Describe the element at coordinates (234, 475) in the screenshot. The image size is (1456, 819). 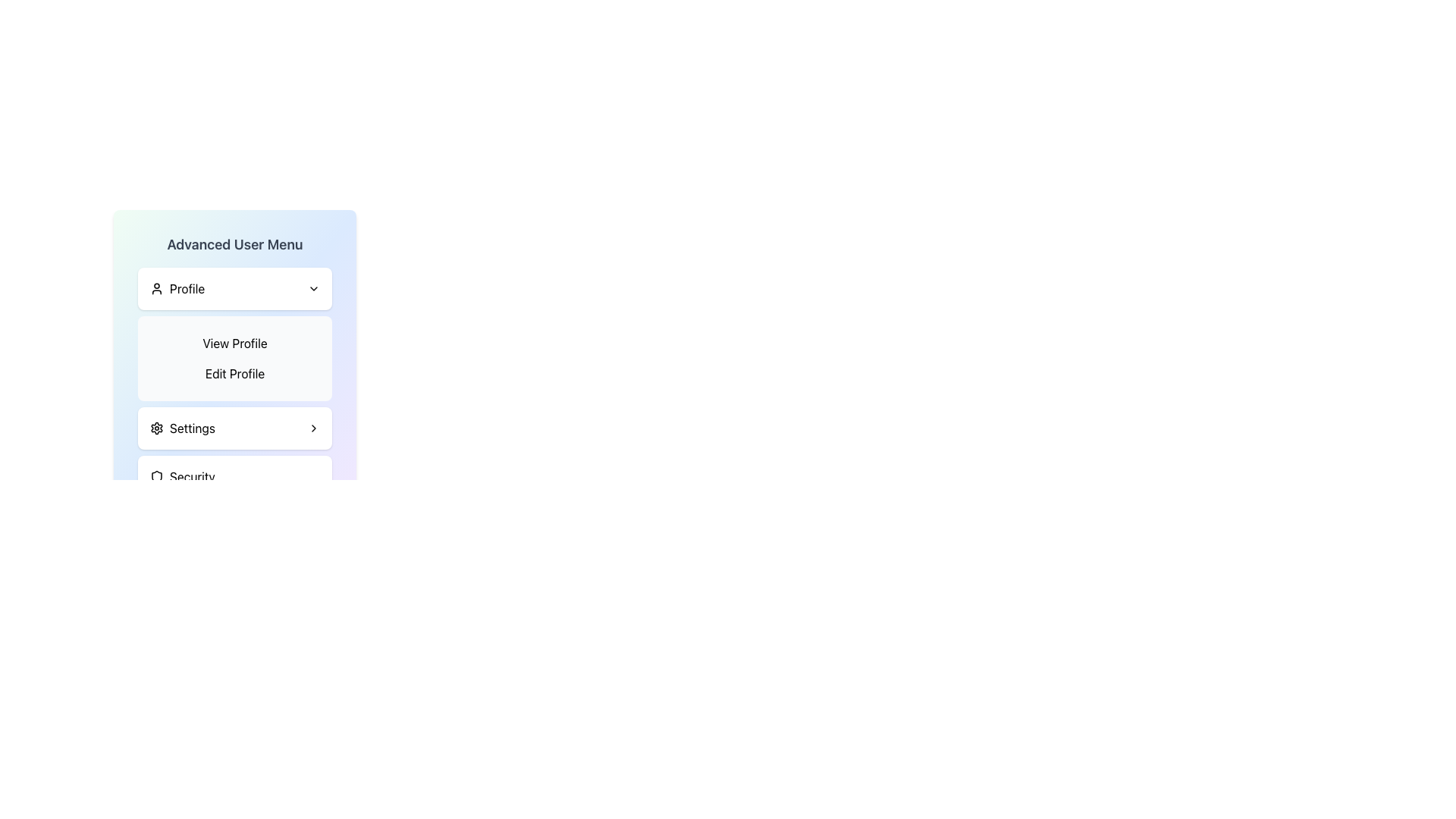
I see `the 'Security' menu item, which is the fourth option in the vertical list` at that location.